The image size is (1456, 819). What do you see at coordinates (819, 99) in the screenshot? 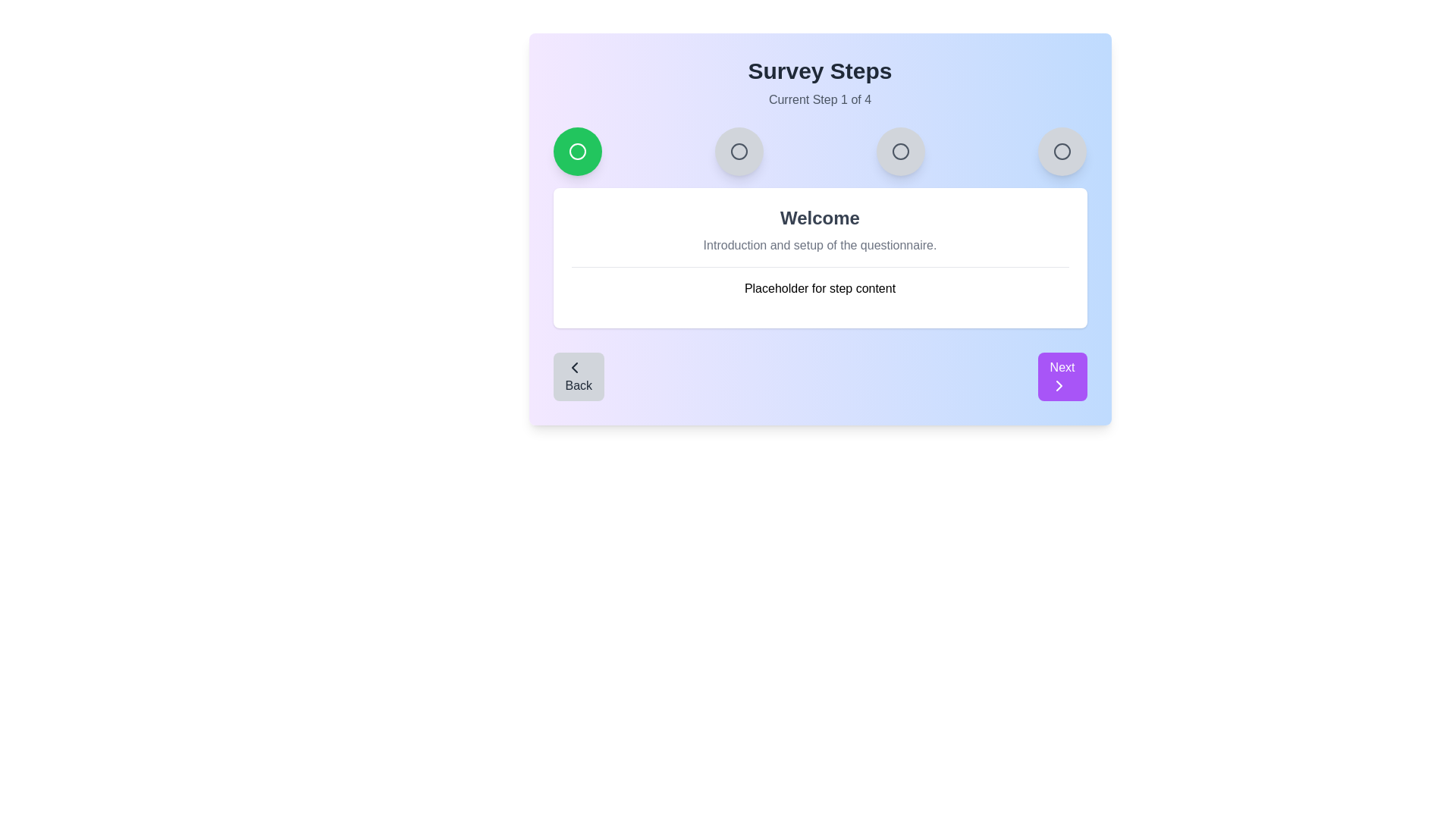
I see `the Text label that indicates the user is on step 1 out of 4 in the Survey Steps section` at bounding box center [819, 99].